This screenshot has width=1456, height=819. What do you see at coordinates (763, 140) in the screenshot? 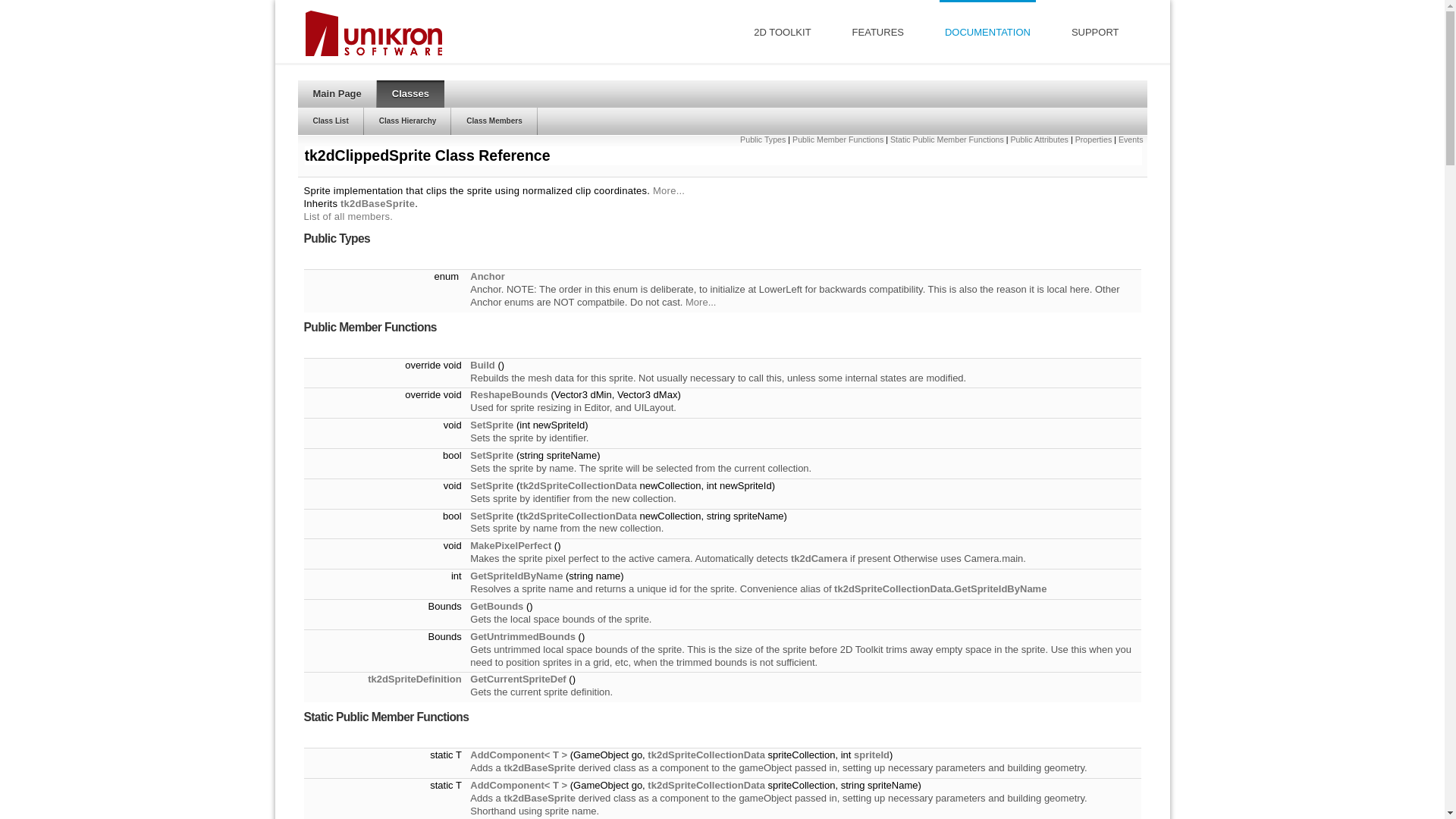
I see `'Public Types'` at bounding box center [763, 140].